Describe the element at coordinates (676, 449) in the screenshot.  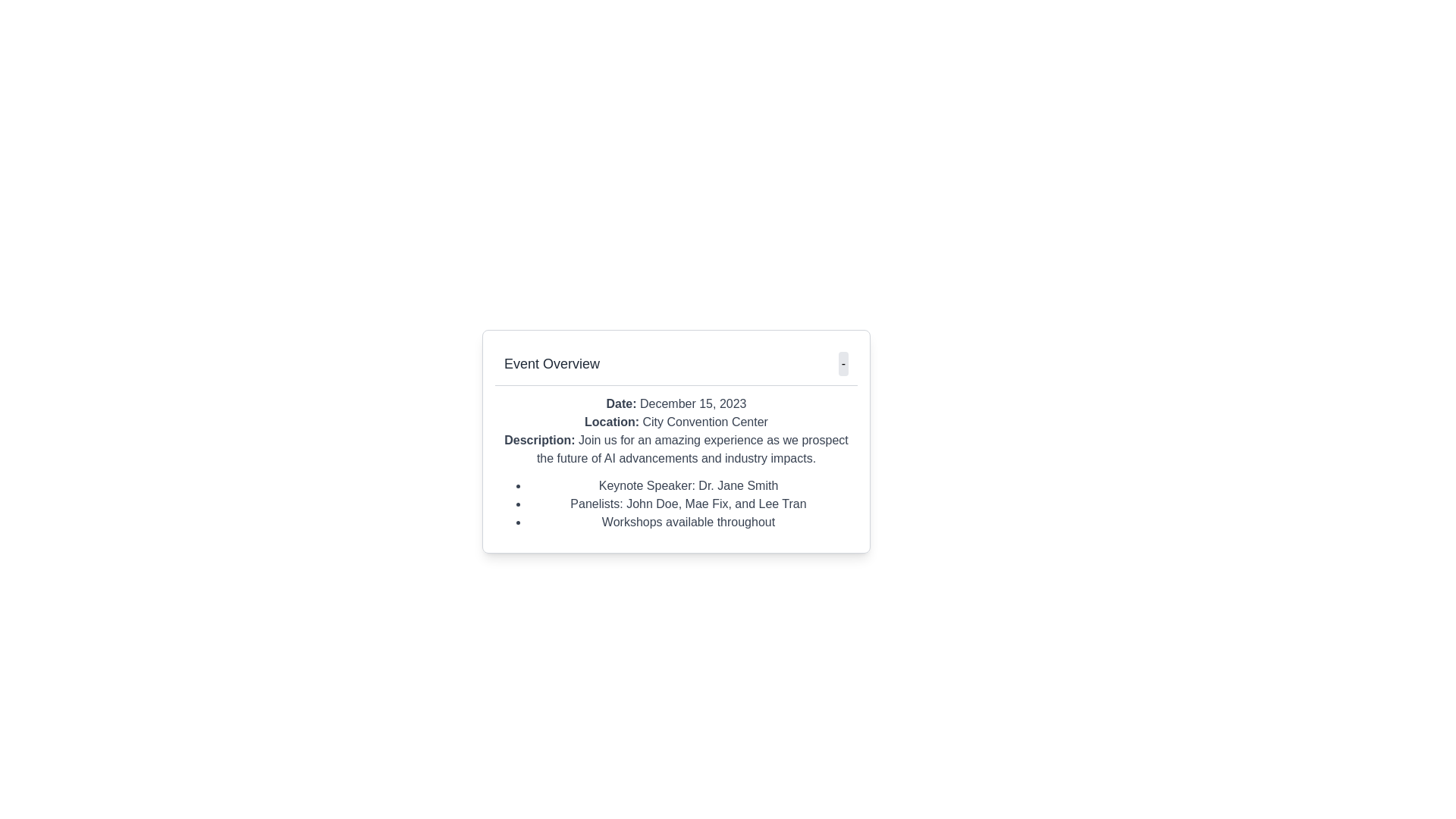
I see `the text block that provides a descriptive summary about the event, located between the 'Location: City Convention Center' and 'Keynote Speaker: Dr. Jane Smith' sections` at that location.